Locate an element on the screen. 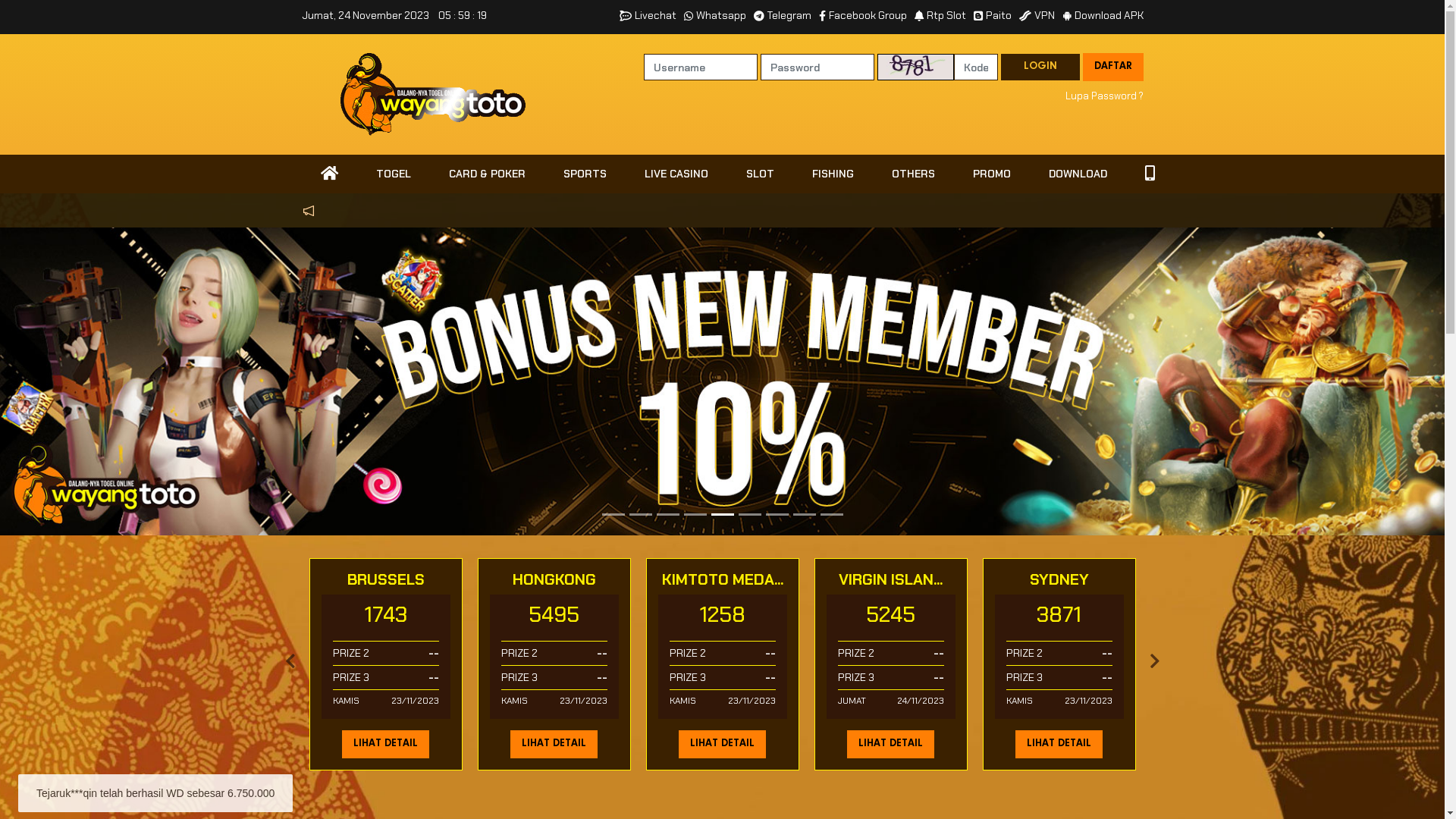 The width and height of the screenshot is (1456, 819). 'Rtp Slot' is located at coordinates (913, 15).